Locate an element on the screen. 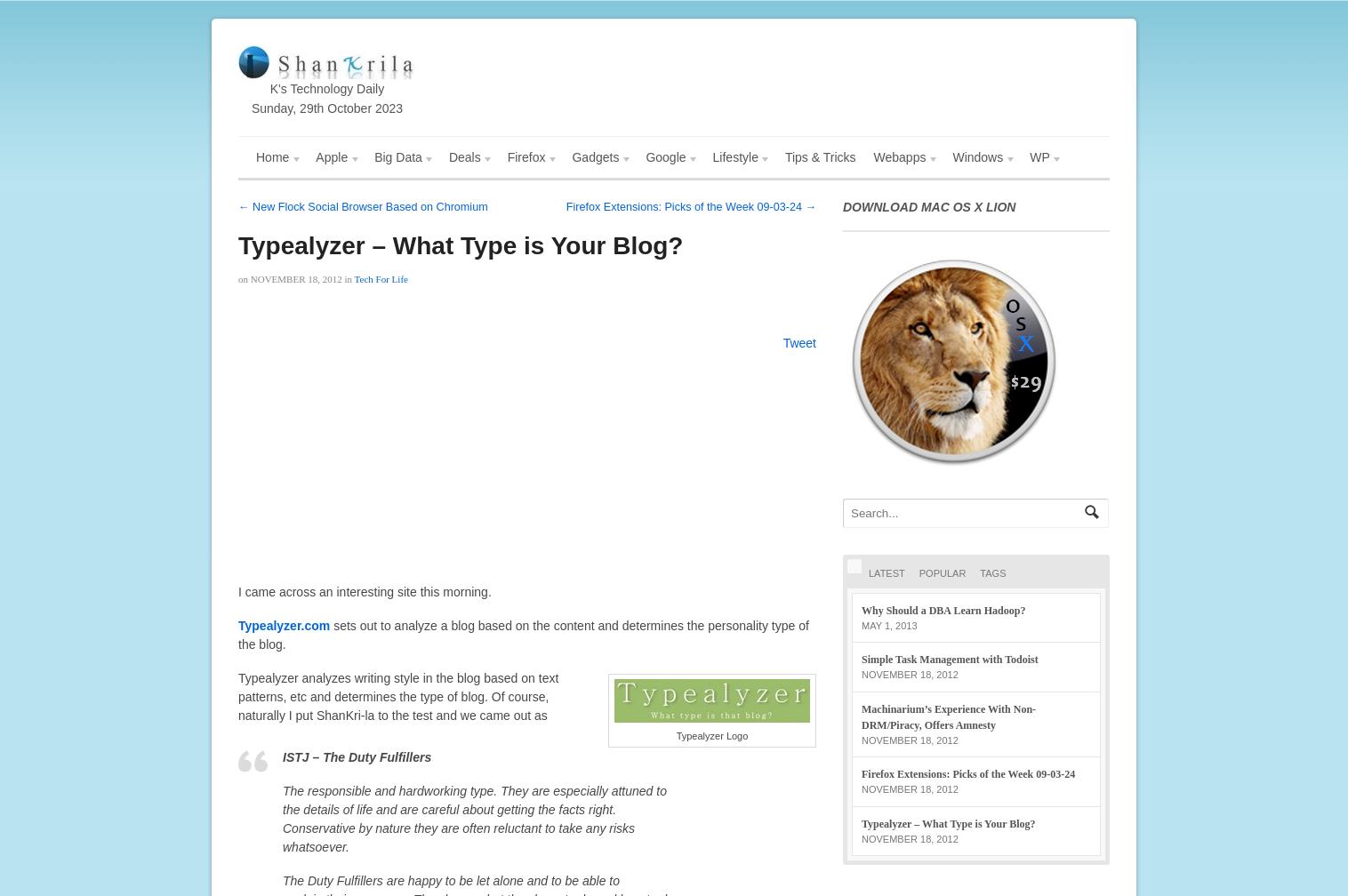 This screenshot has height=896, width=1348. 'Gadgets' is located at coordinates (595, 157).